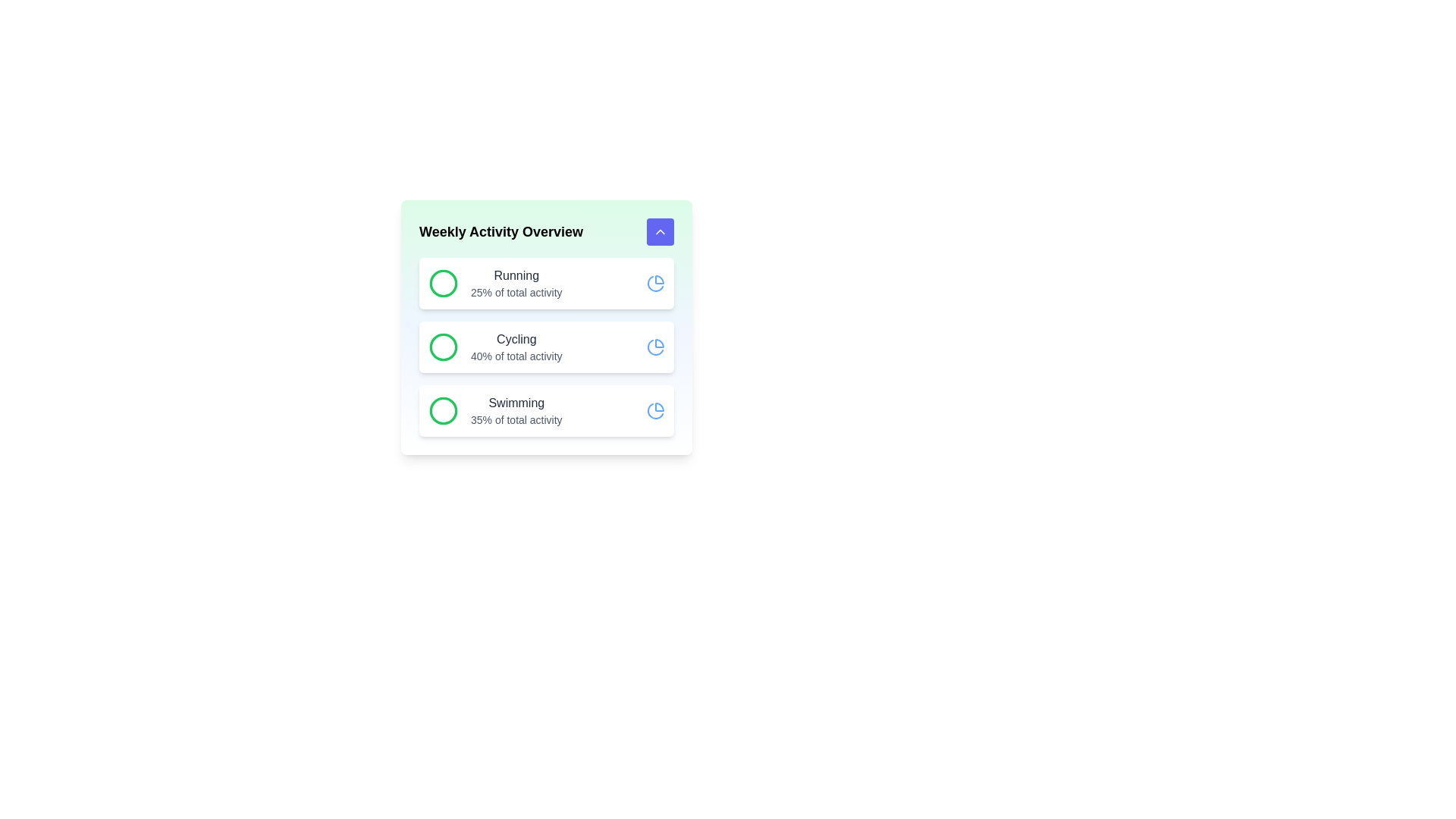 The image size is (1456, 819). I want to click on the 'Running' activity icon located within the 'Weekly Activity Overview' card, which is the first element in a vertical list, so click(443, 284).